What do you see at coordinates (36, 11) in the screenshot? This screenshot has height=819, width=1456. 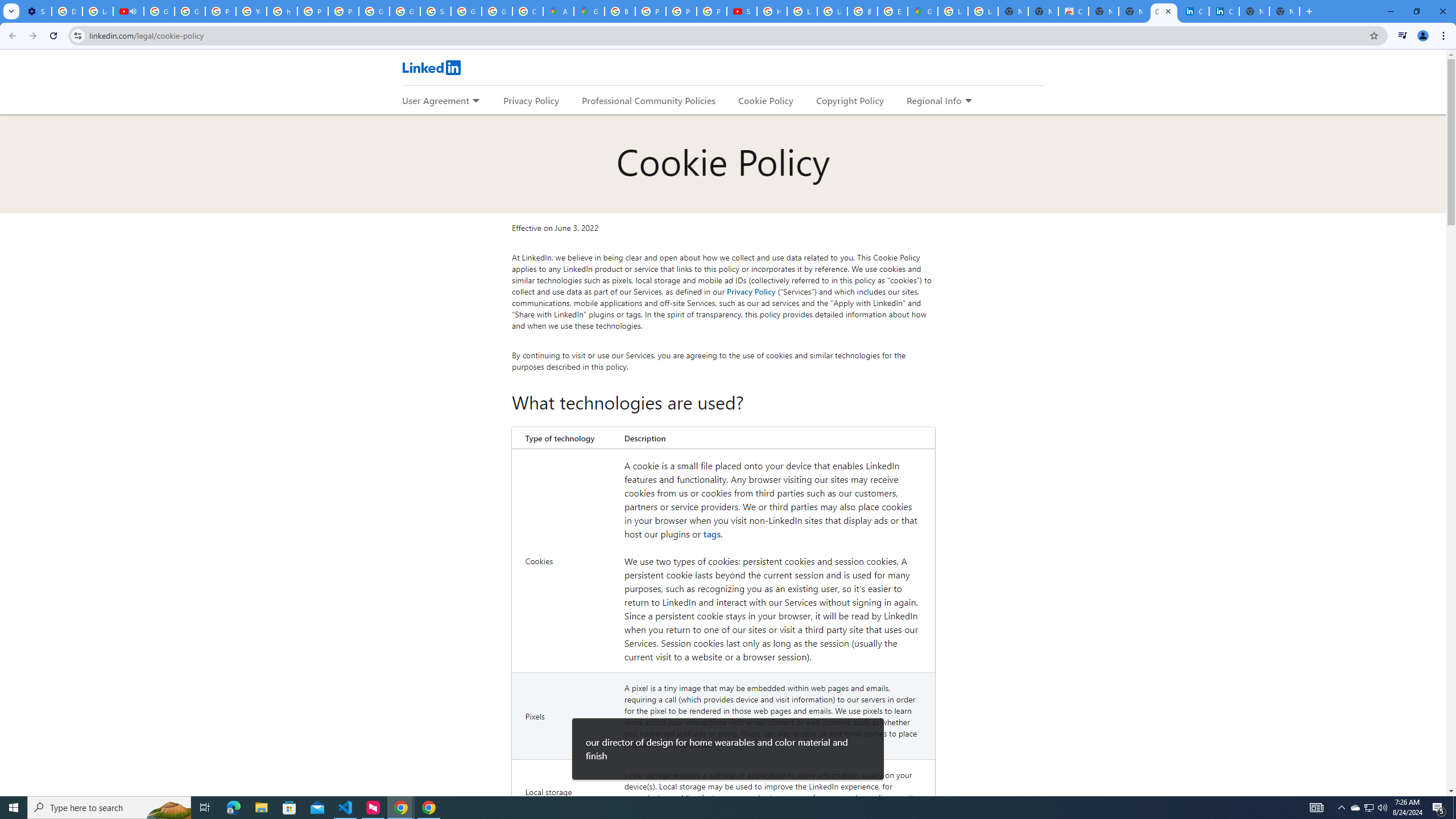 I see `'Settings - Customize profile'` at bounding box center [36, 11].